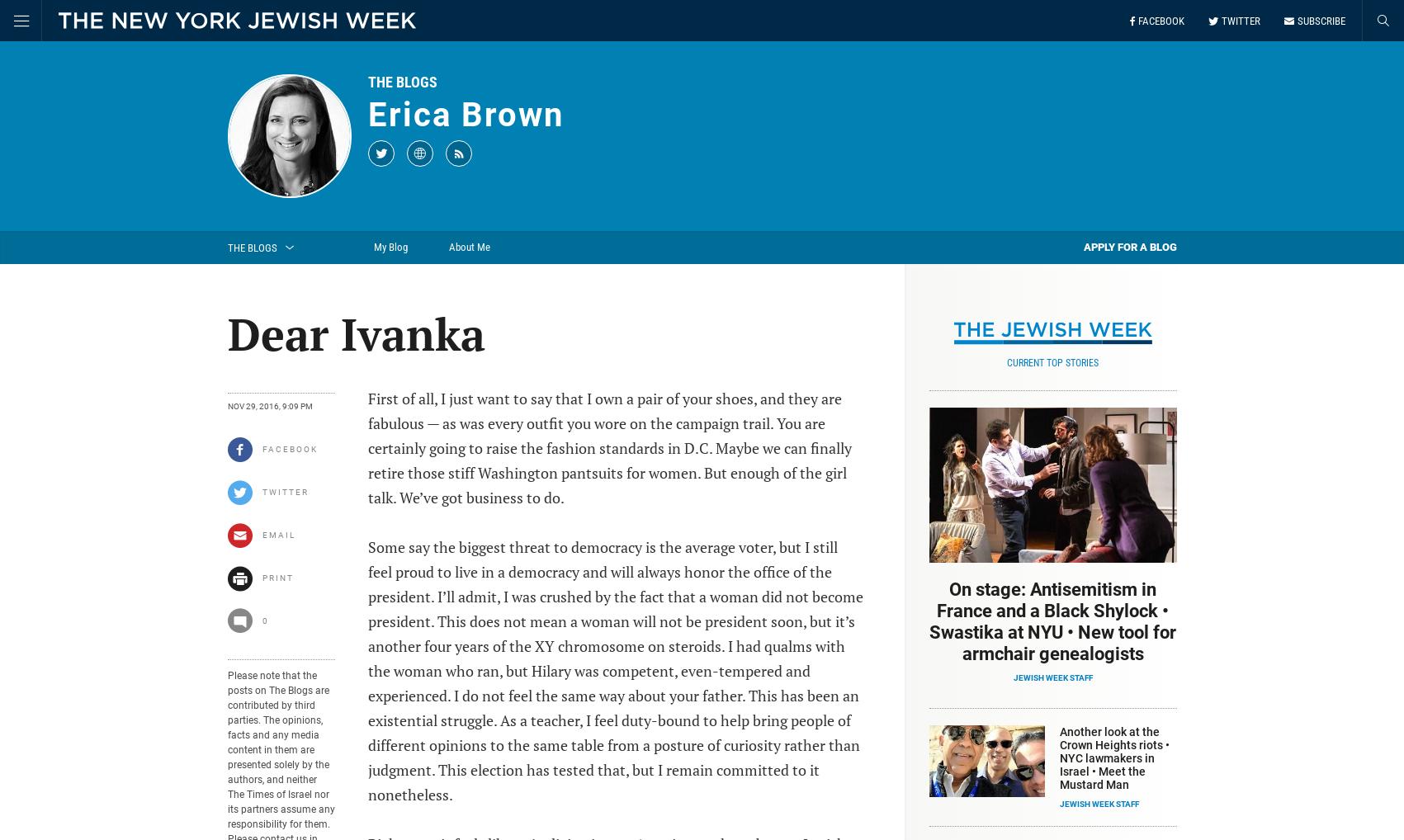 The image size is (1404, 840). What do you see at coordinates (1052, 361) in the screenshot?
I see `'Current Top Stories'` at bounding box center [1052, 361].